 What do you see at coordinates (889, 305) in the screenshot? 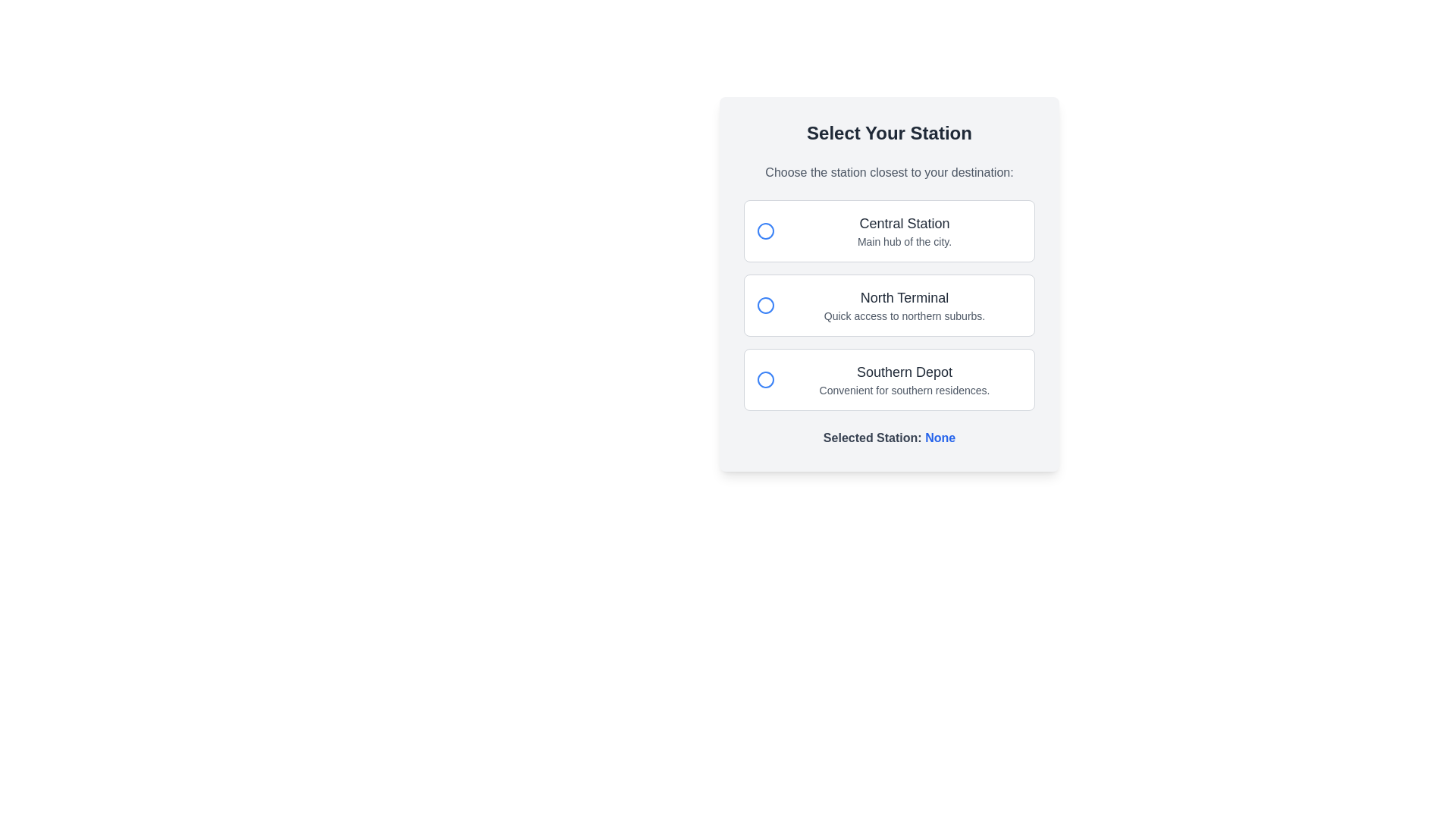
I see `the menu for station selection, which is centrally located within the 'Select Your Station' card` at bounding box center [889, 305].